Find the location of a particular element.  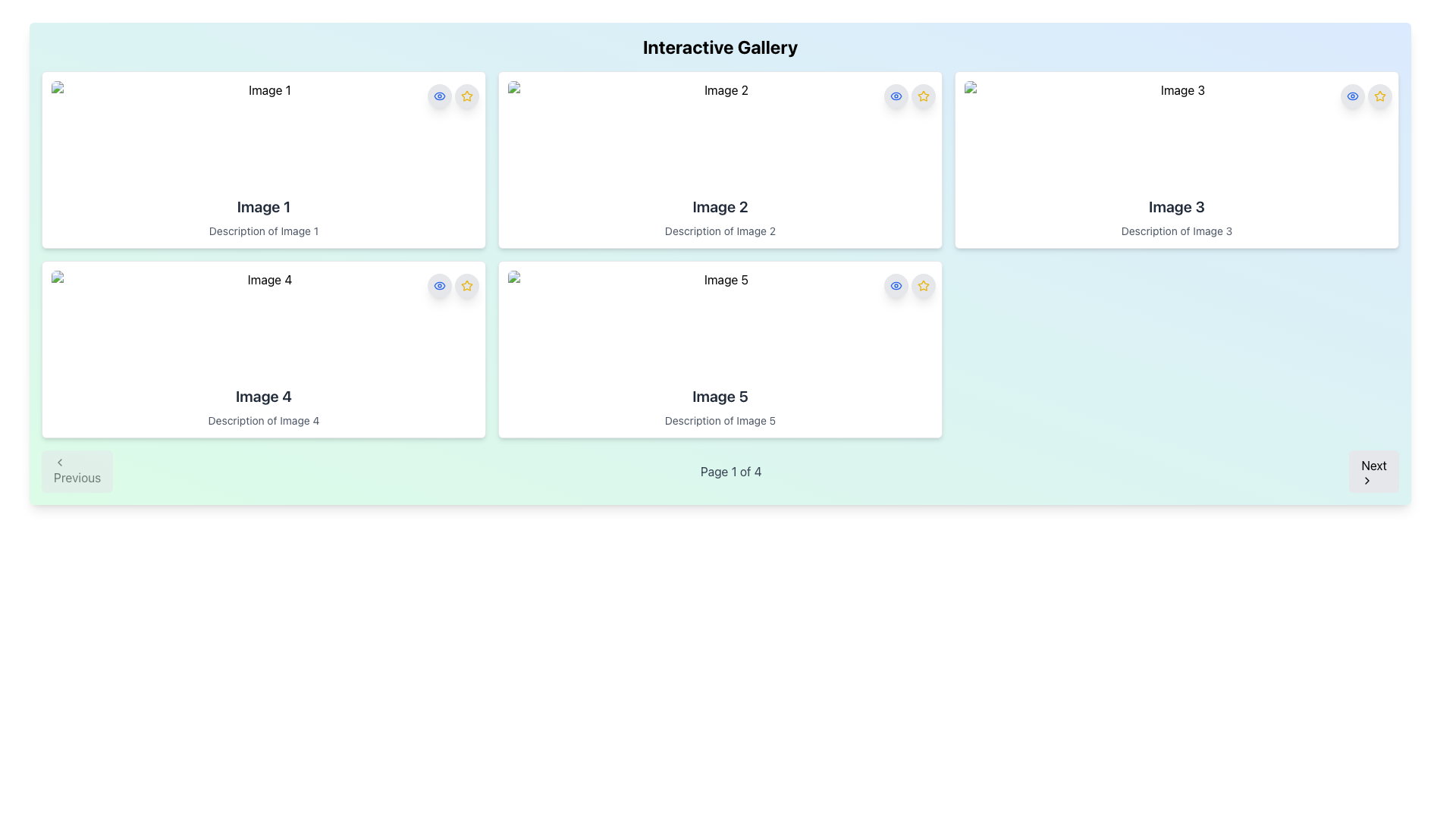

the static text label located directly below the 'Image 3' title in the rightmost column of the gallery is located at coordinates (1175, 231).